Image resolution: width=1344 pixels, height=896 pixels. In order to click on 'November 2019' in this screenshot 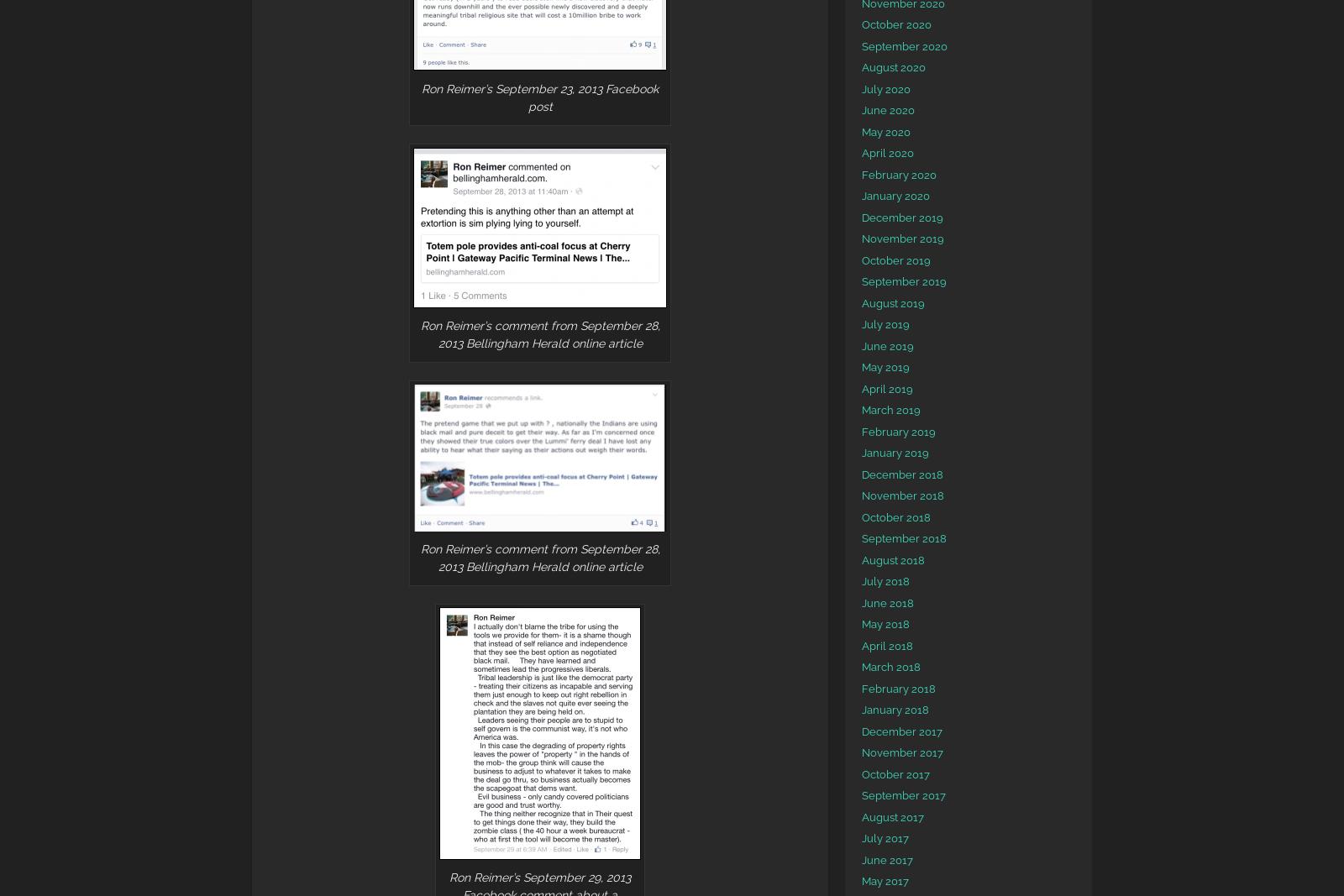, I will do `click(903, 238)`.